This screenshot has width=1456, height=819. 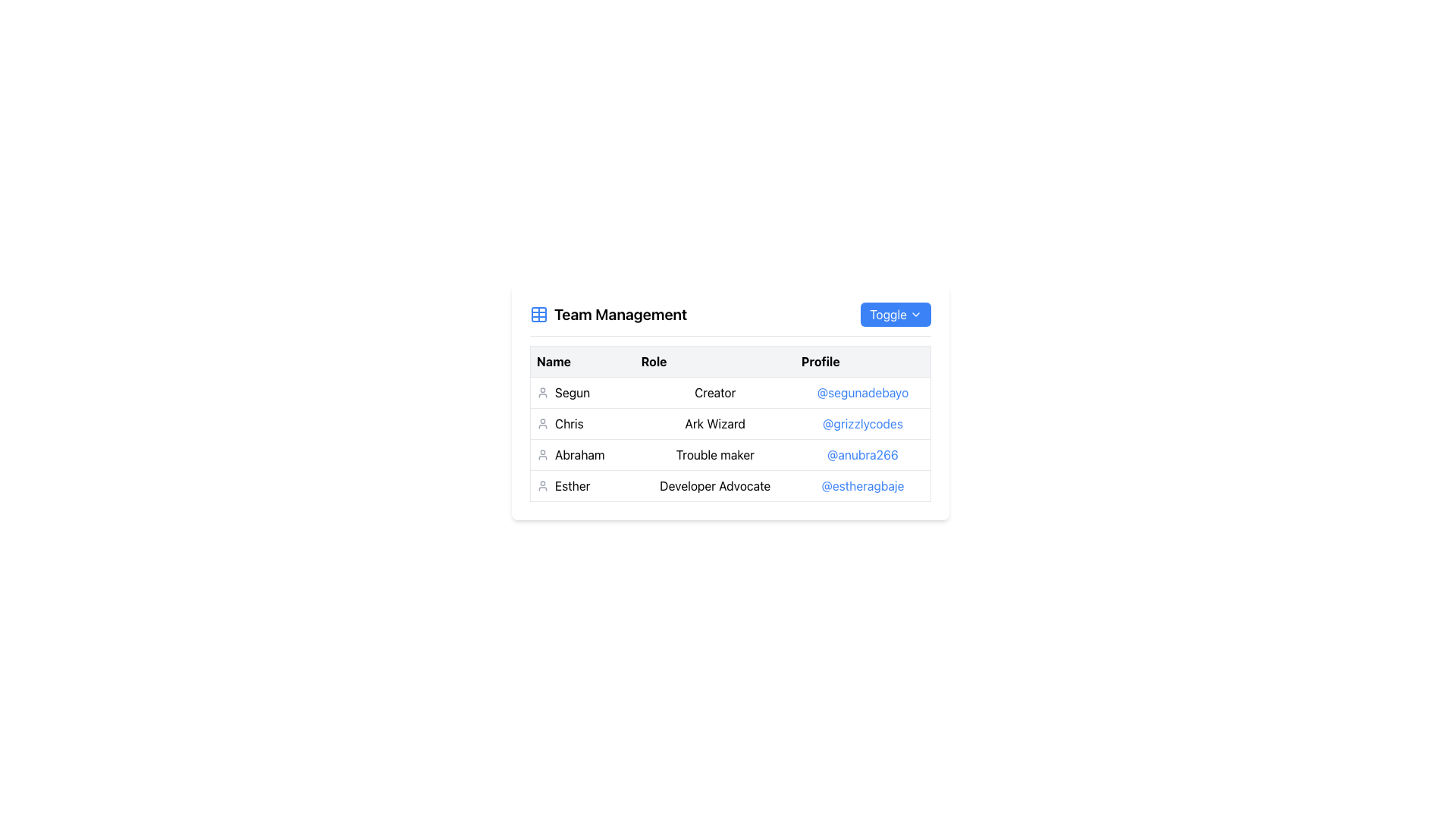 What do you see at coordinates (915, 314) in the screenshot?
I see `the small downward-pointing chevron icon located to the right of the 'Toggle' text within the 'Toggle' button at the top right of the 'Team Management' widget` at bounding box center [915, 314].